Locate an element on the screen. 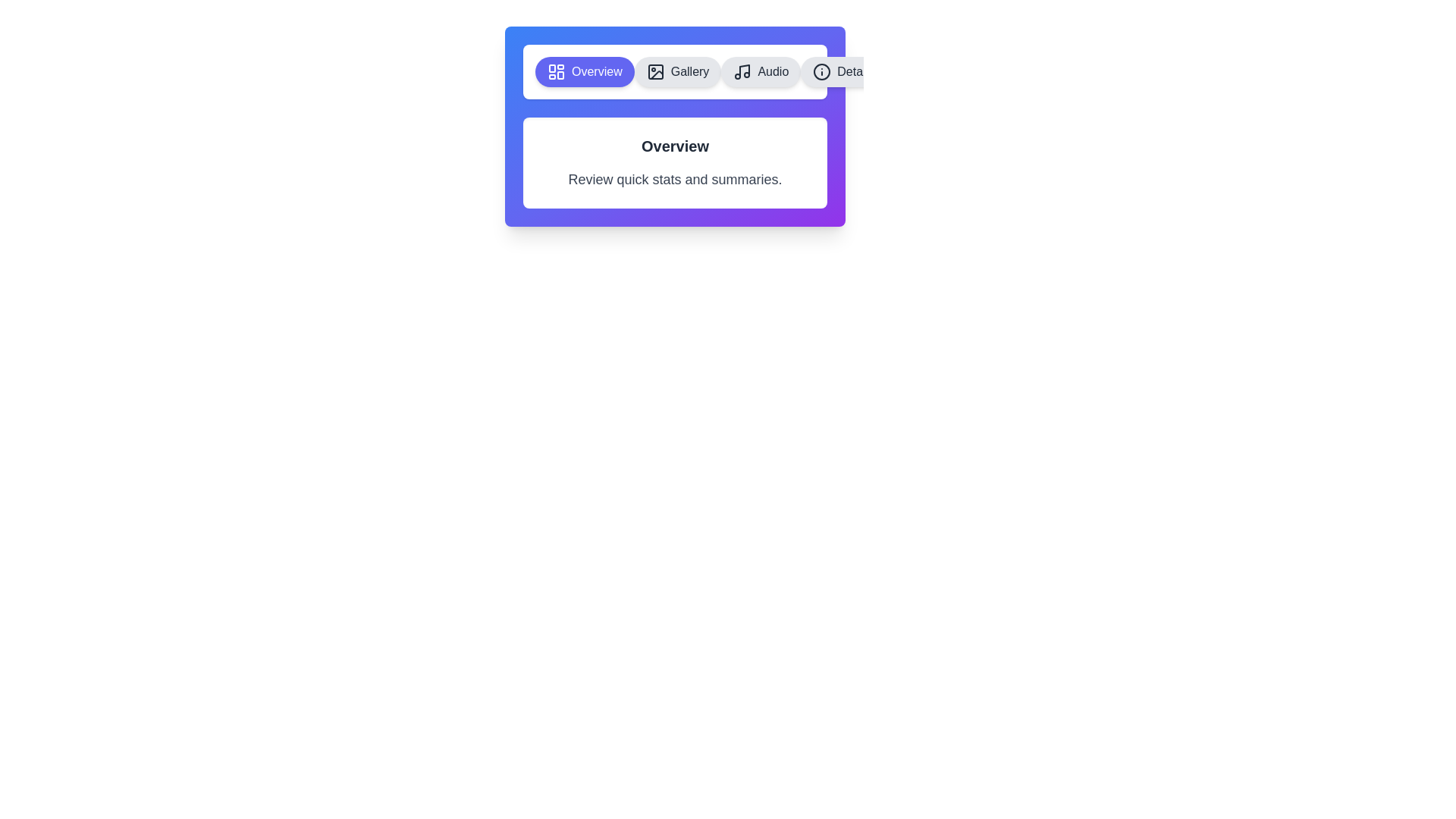 The image size is (1456, 819). the Gallery tab is located at coordinates (676, 72).